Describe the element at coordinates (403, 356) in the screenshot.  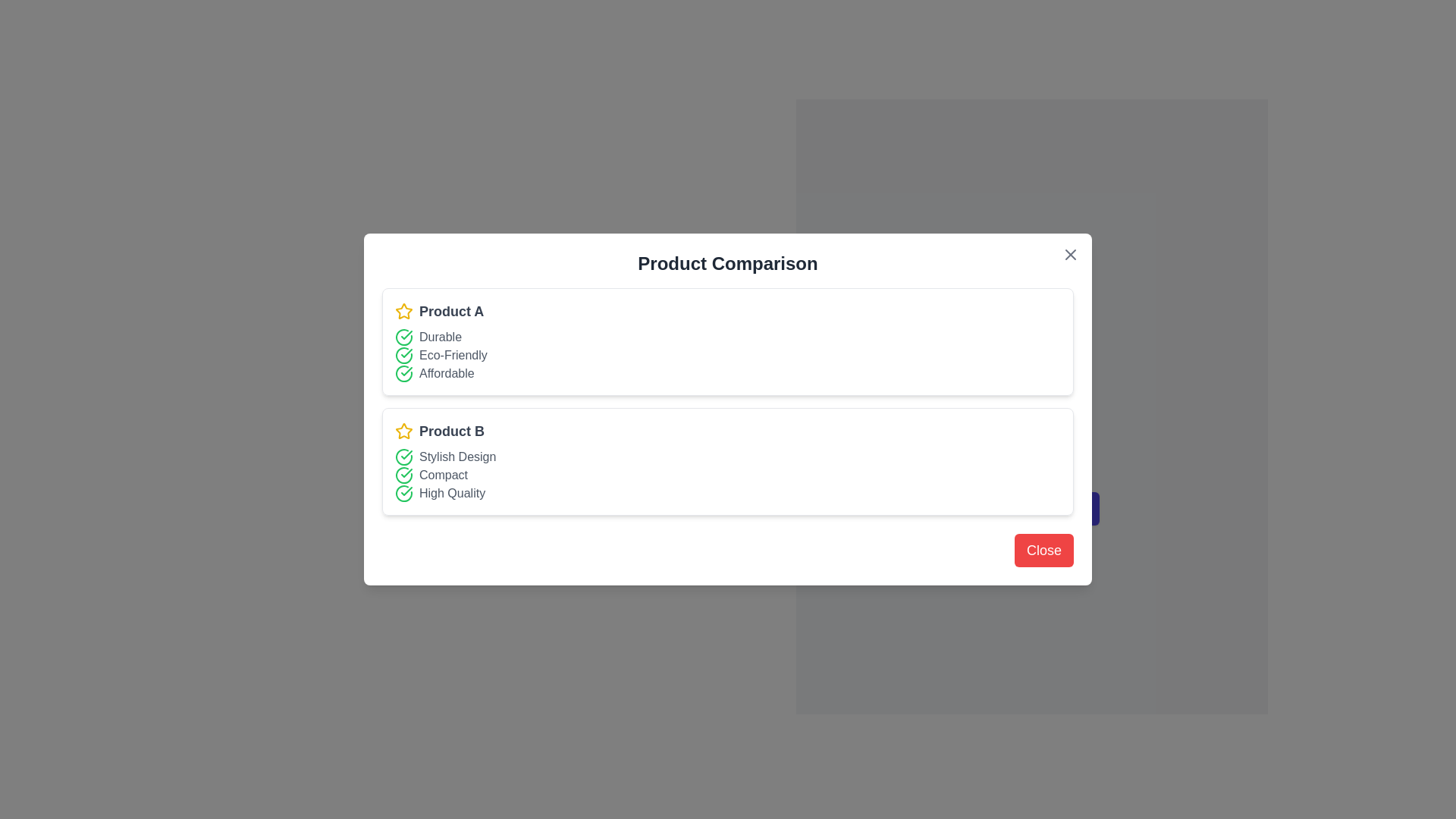
I see `the green circular check icon located to the left of the 'Eco-Friendly' text in the 'Product Comparison' dialog` at that location.